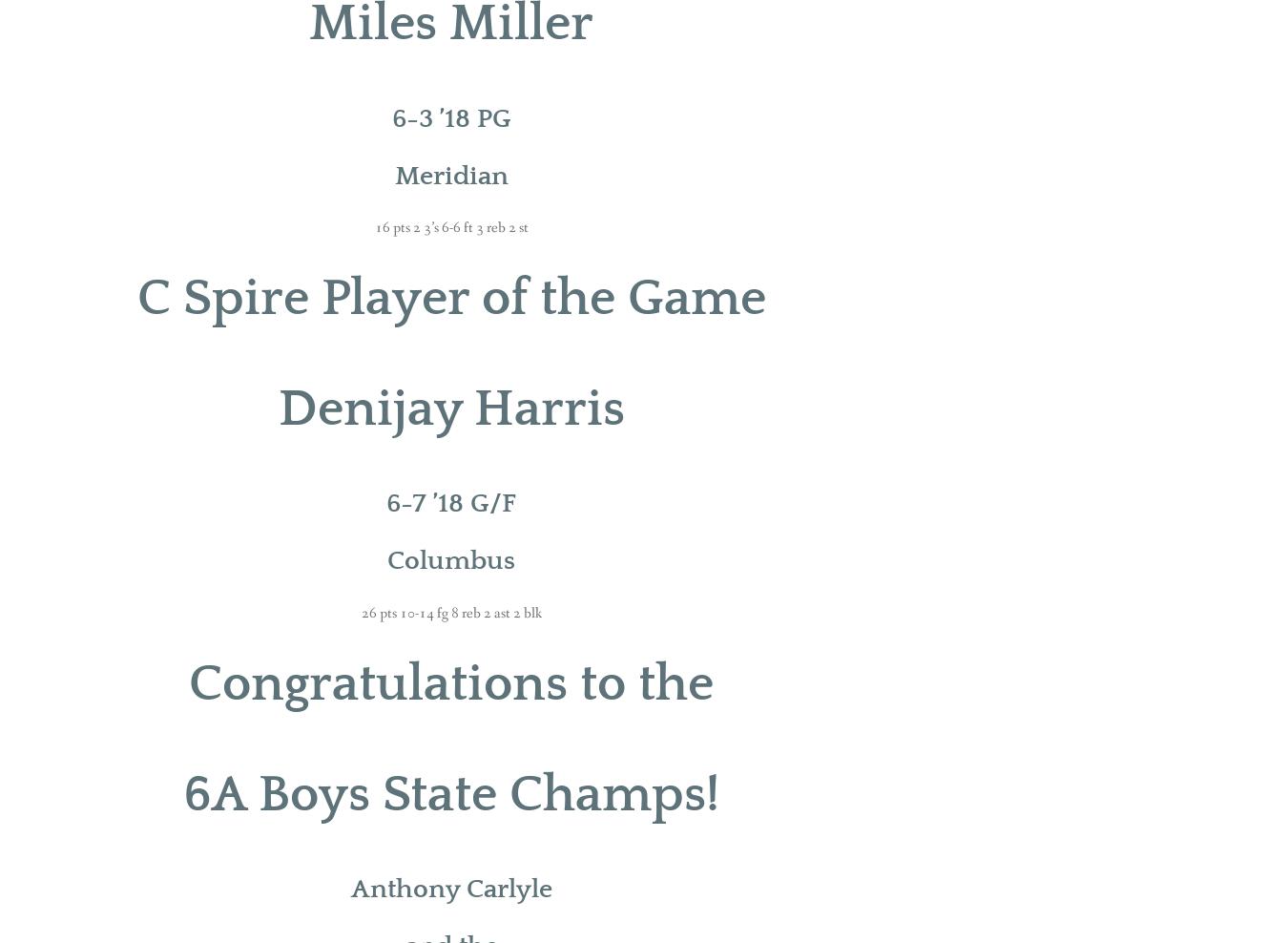  I want to click on 'Denijay Harris', so click(277, 408).